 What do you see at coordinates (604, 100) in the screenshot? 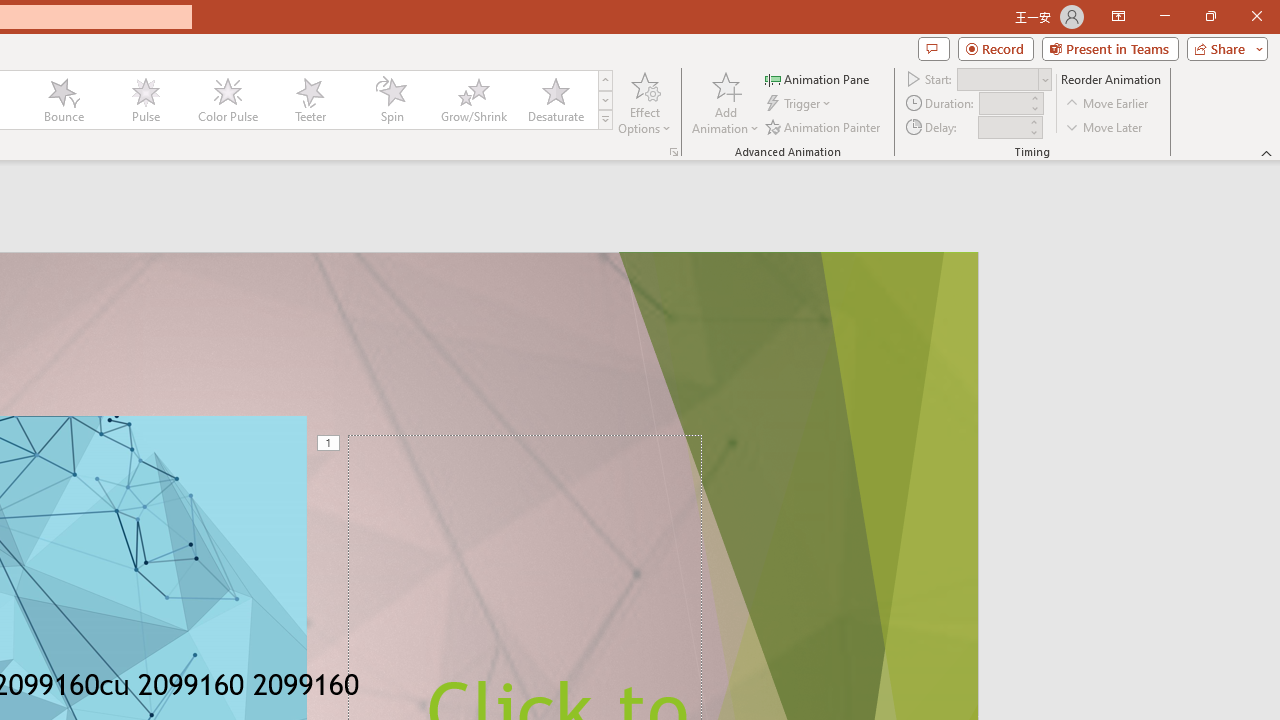
I see `'Row Down'` at bounding box center [604, 100].